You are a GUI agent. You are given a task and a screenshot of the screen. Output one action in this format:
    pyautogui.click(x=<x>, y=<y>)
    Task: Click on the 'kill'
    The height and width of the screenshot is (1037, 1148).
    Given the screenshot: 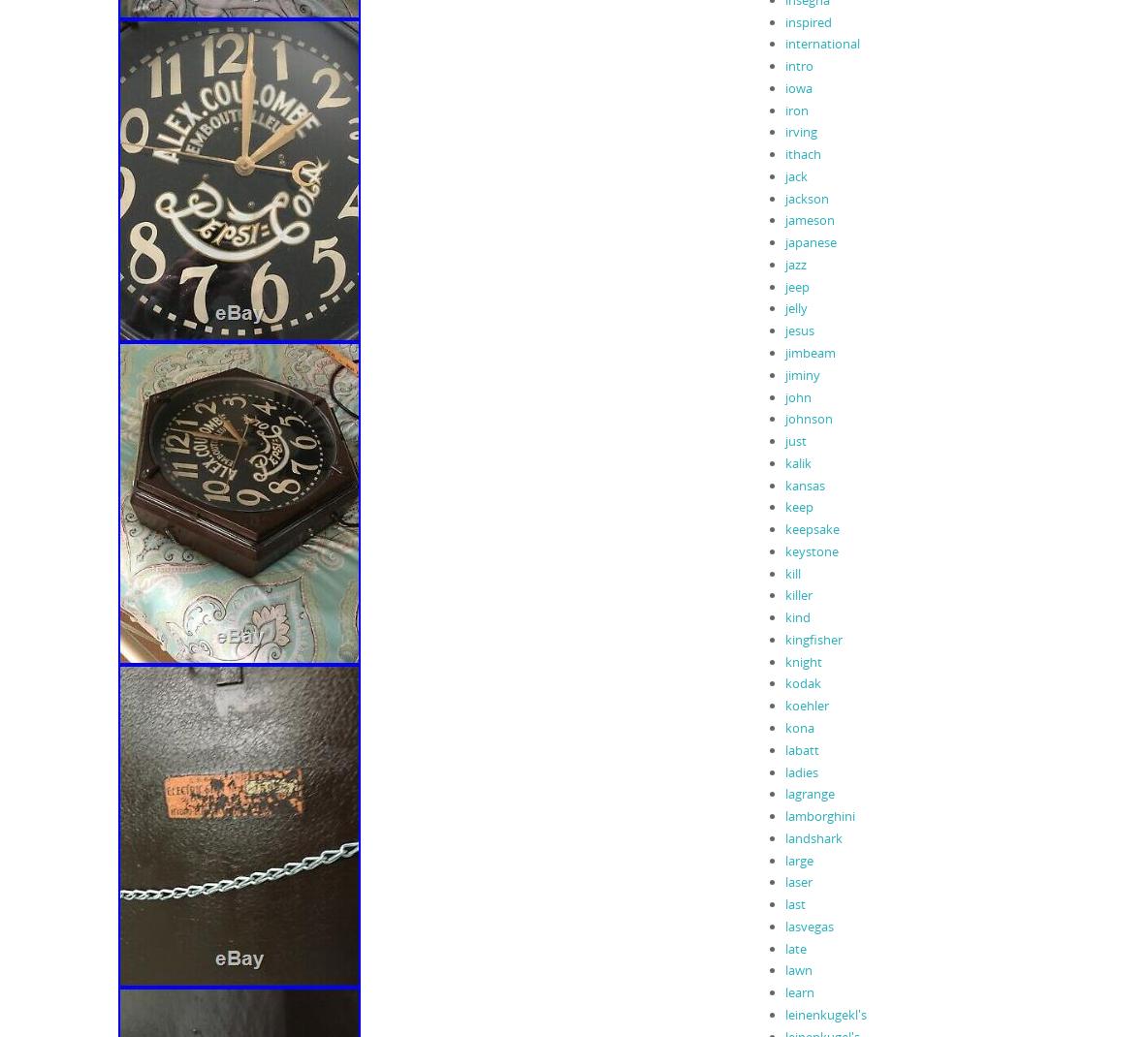 What is the action you would take?
    pyautogui.click(x=791, y=571)
    